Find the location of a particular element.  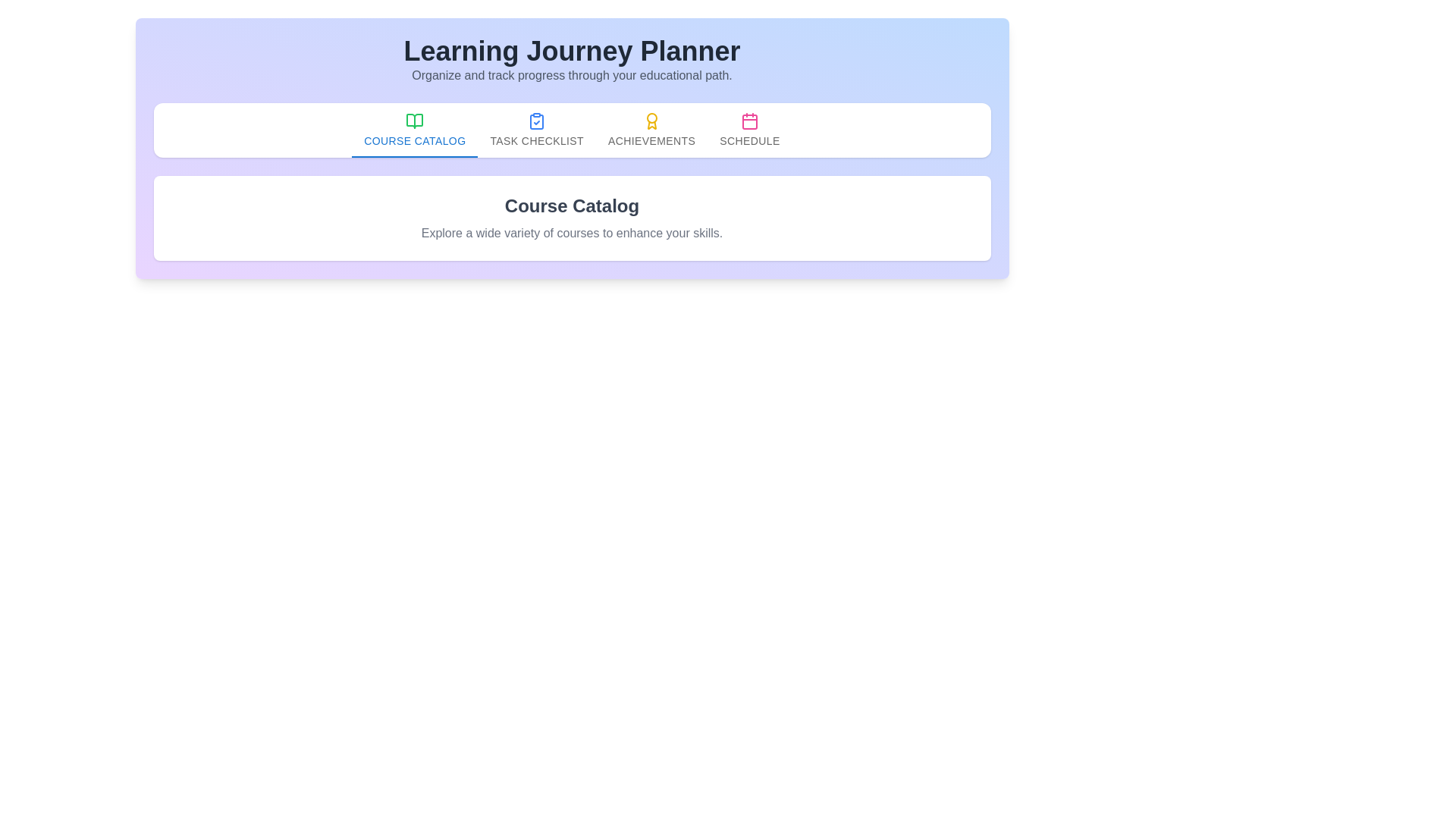

the 'SCHEDULE' tab navigation button is located at coordinates (749, 130).